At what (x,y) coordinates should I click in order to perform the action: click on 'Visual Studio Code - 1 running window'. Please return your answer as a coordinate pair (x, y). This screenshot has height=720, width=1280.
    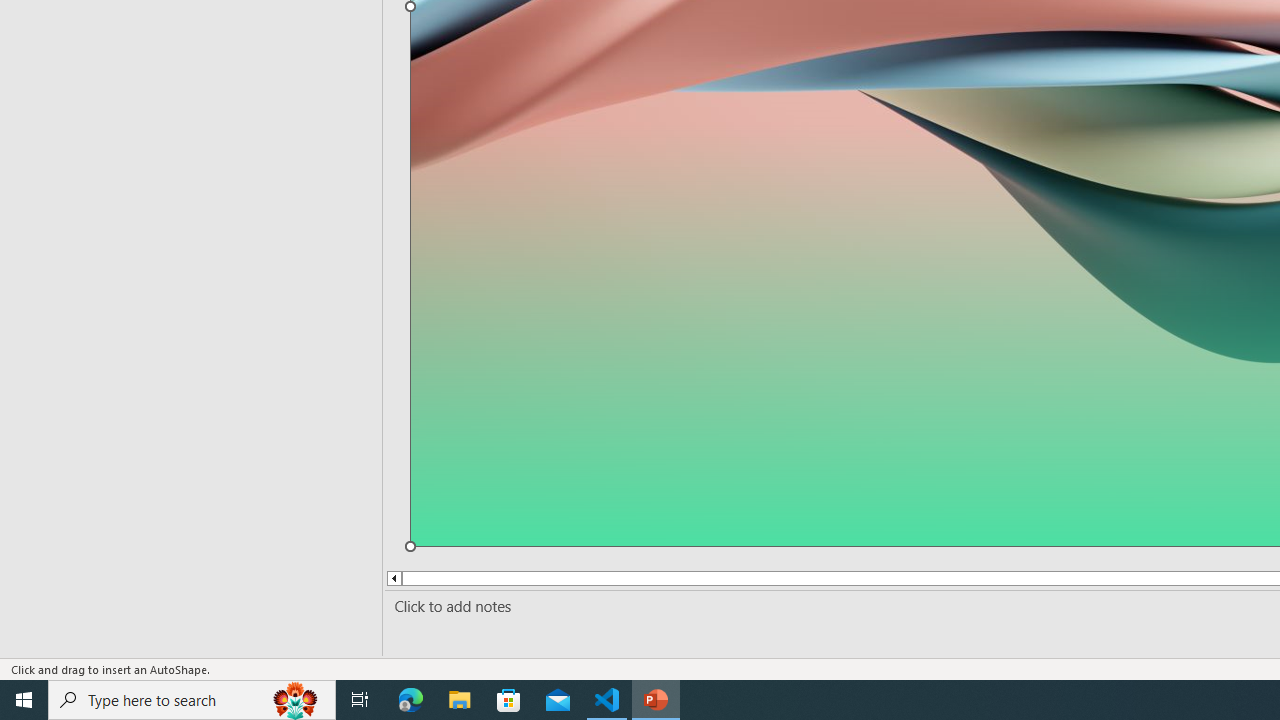
    Looking at the image, I should click on (606, 698).